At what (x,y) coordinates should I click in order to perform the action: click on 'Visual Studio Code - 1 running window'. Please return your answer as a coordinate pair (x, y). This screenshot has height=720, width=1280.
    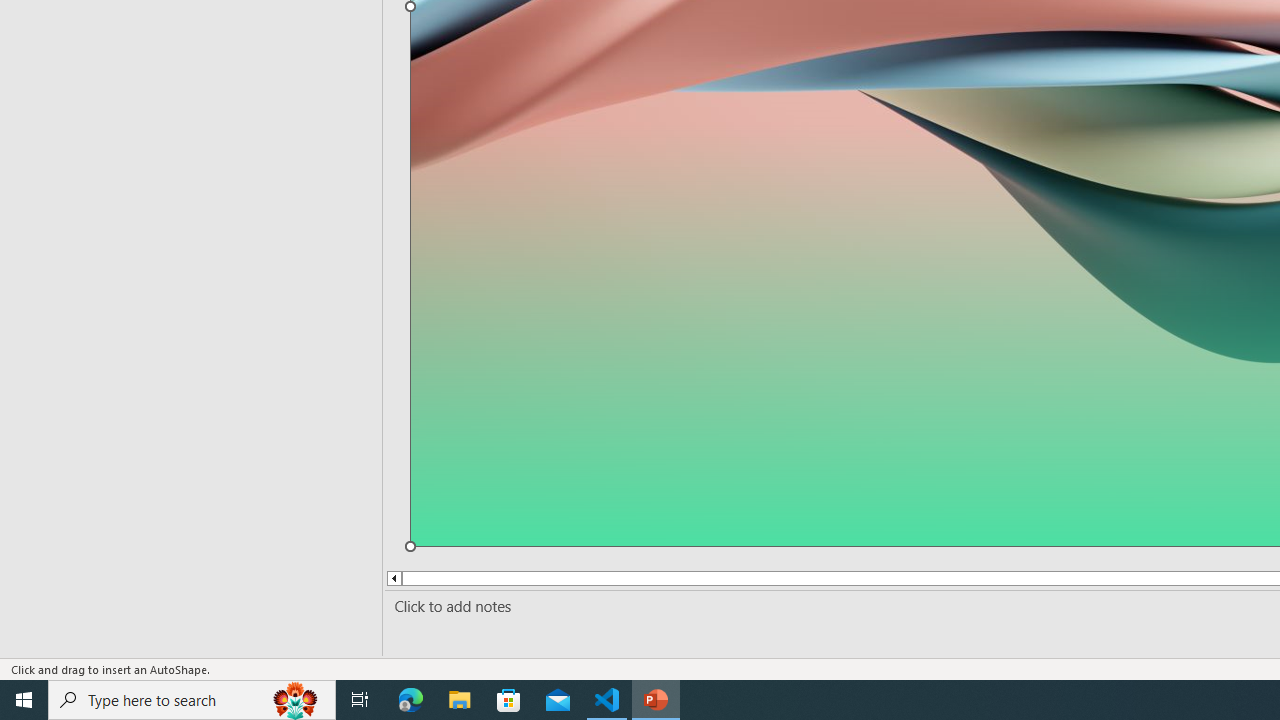
    Looking at the image, I should click on (606, 698).